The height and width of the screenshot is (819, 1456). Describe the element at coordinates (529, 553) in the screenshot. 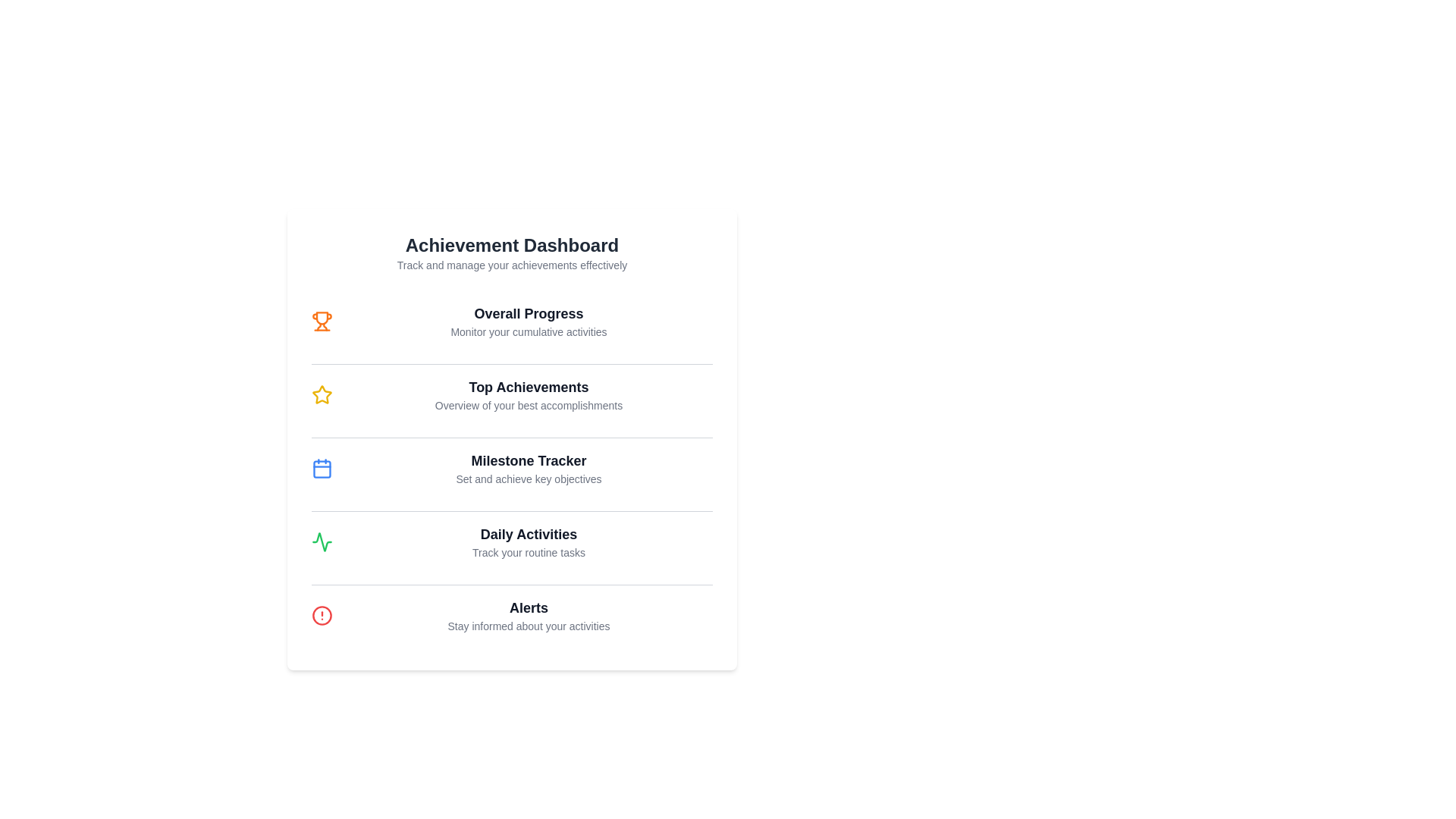

I see `the text label that says 'Track your routine tasks', which is styled in gray and positioned below the 'Daily Activities' header in the Achievement Dashboard section` at that location.